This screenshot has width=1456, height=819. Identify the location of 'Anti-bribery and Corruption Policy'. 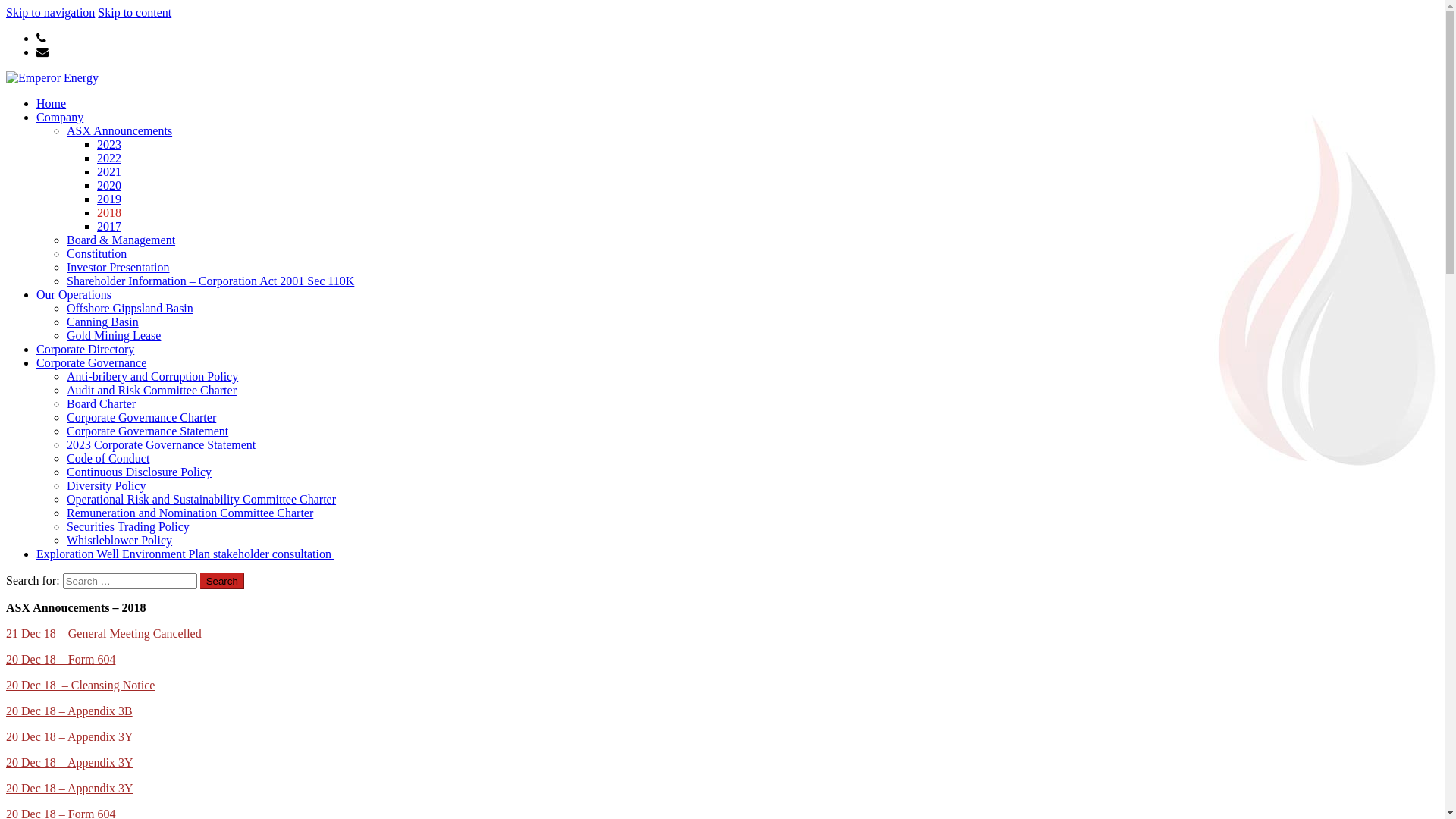
(152, 375).